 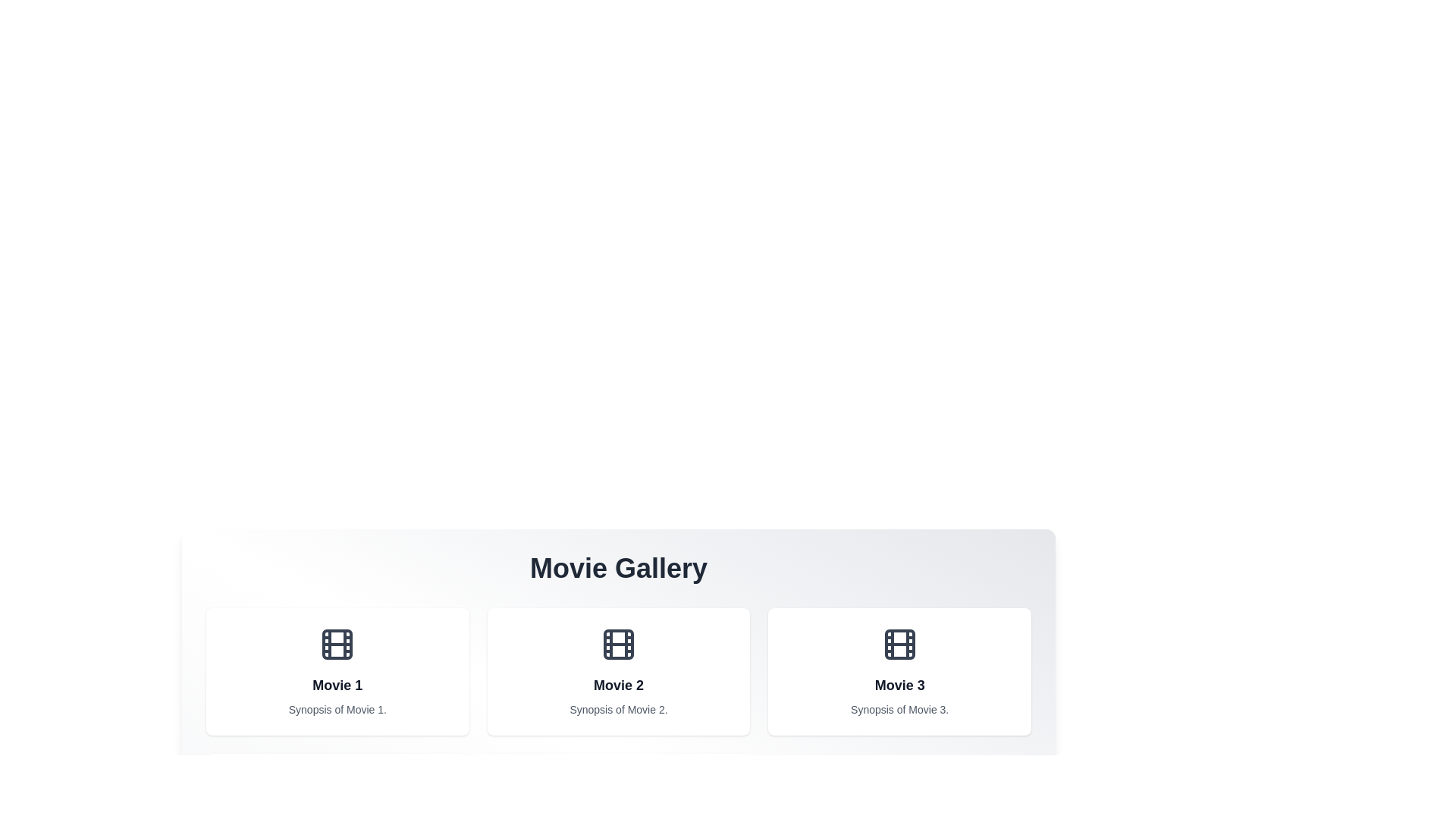 I want to click on the decorative visual element, a small rectangle with rounded corners, located centrally within the film reel icon for the 'Movie 2' item in the movie gallery interface, so click(x=619, y=644).